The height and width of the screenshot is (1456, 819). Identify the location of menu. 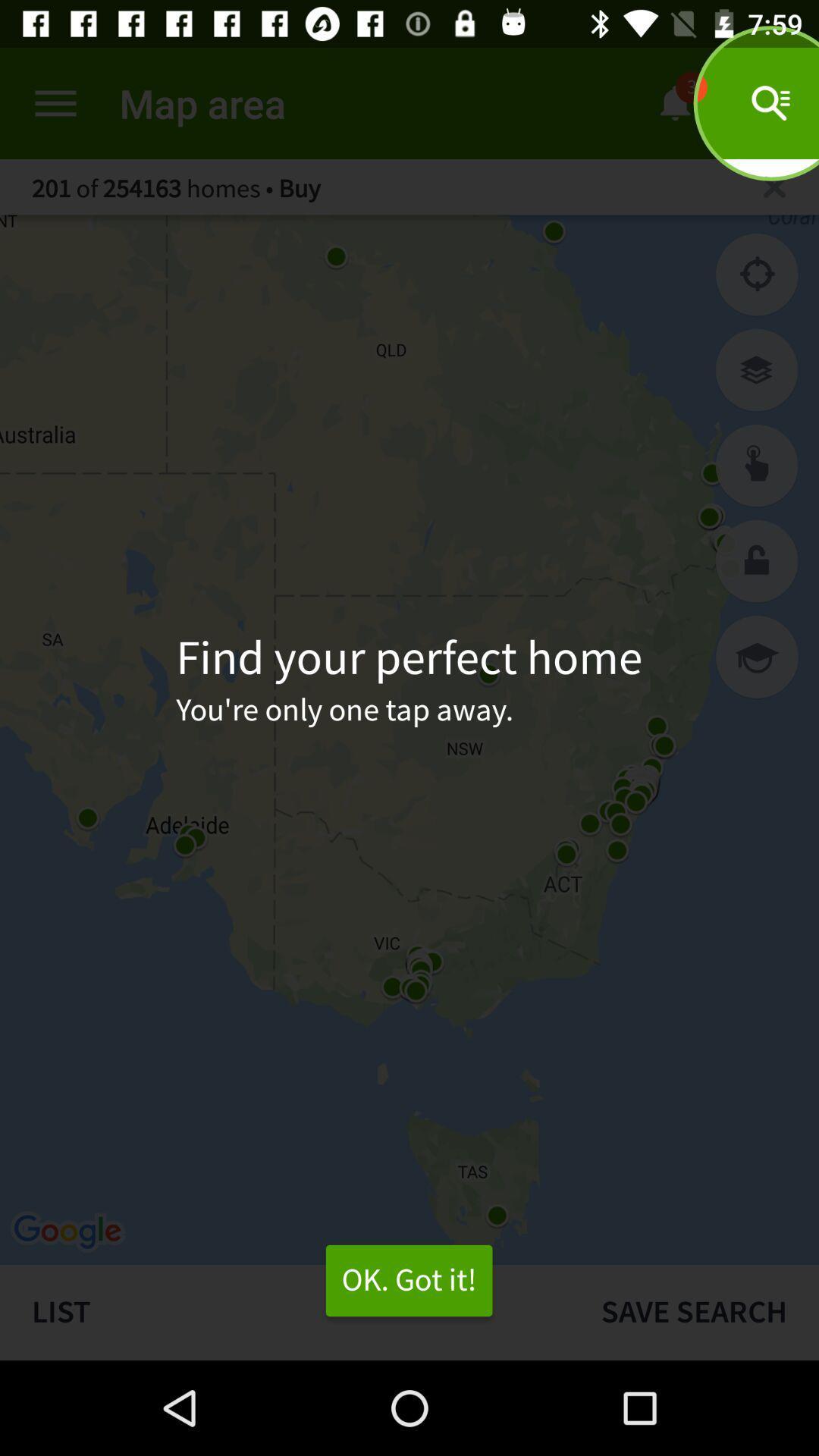
(55, 102).